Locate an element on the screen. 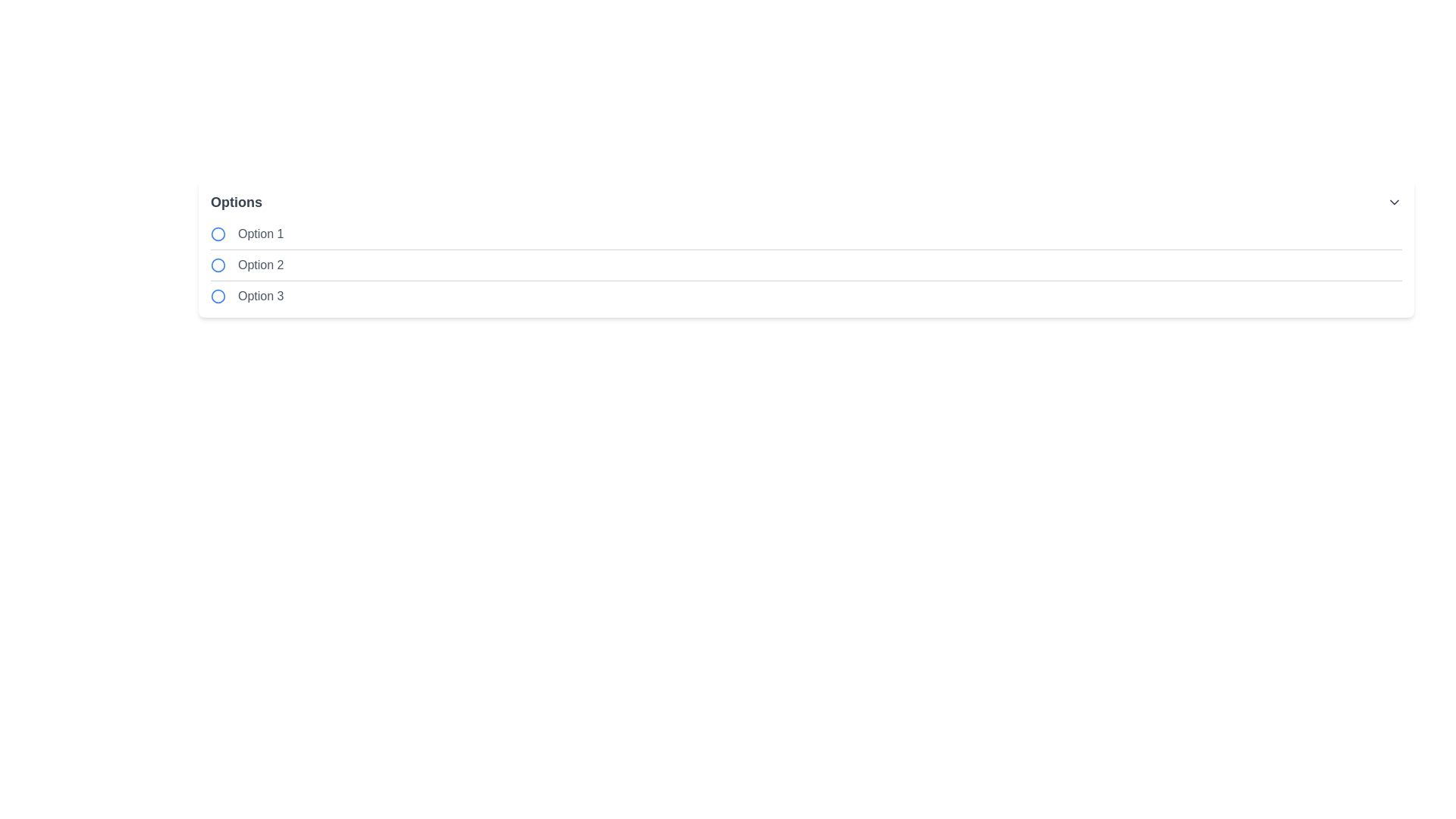 The width and height of the screenshot is (1456, 819). the Horizontal Line (Divider) element that separates 'Option 1' and 'Option 2' is located at coordinates (805, 249).